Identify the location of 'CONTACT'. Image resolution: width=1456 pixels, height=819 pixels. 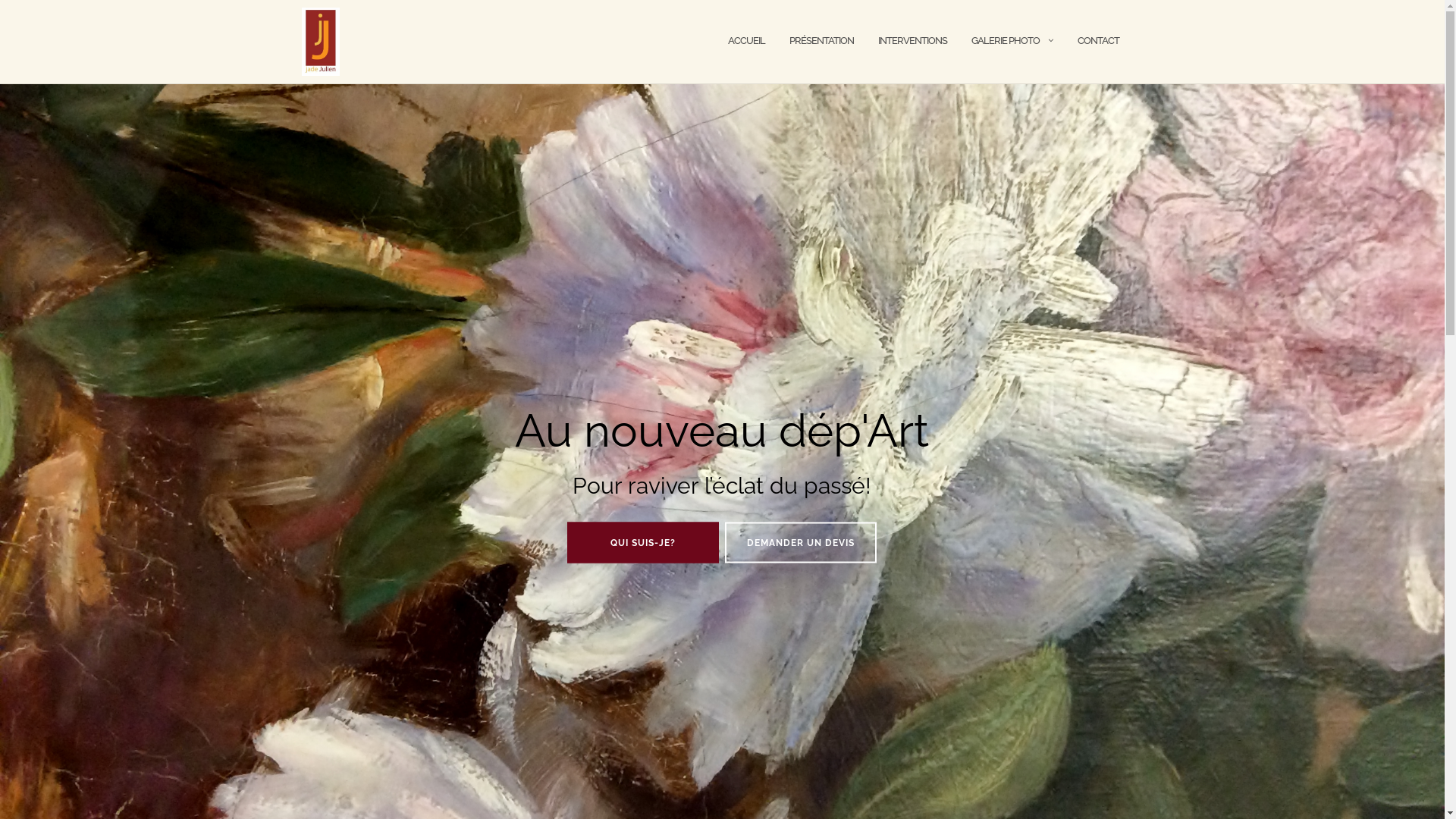
(1076, 40).